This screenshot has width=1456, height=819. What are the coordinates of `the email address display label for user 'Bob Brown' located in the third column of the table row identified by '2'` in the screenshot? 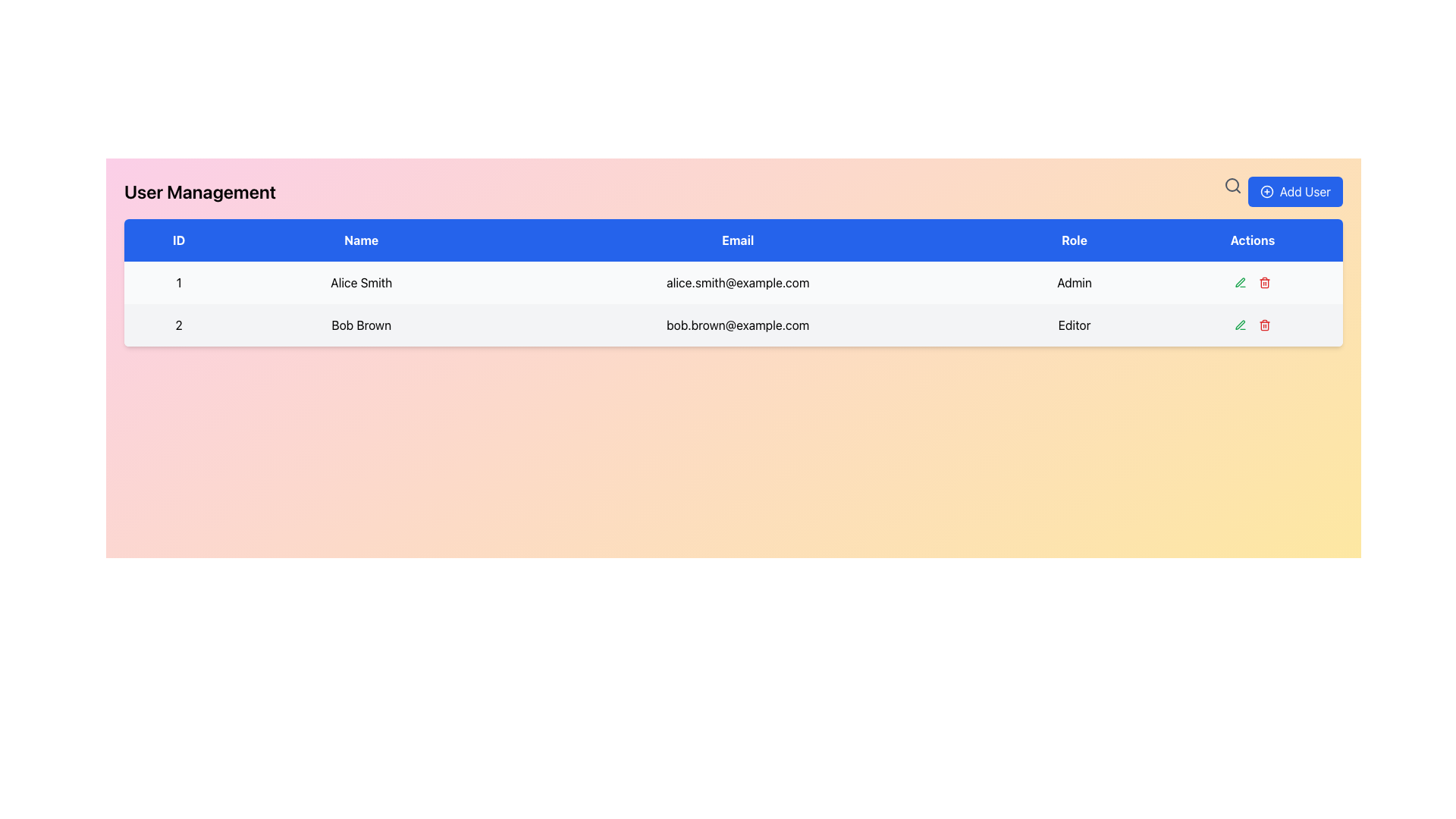 It's located at (738, 324).